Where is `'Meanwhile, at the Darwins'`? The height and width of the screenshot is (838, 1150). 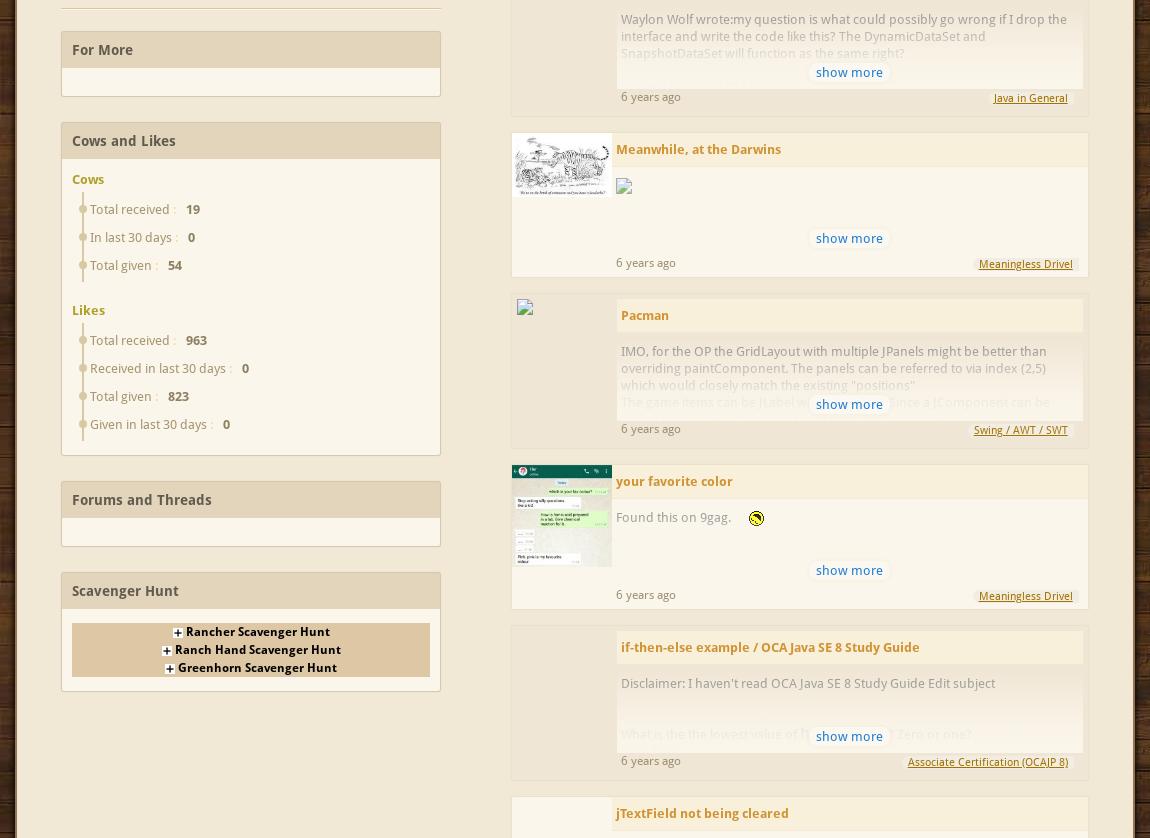
'Meanwhile, at the Darwins' is located at coordinates (697, 148).